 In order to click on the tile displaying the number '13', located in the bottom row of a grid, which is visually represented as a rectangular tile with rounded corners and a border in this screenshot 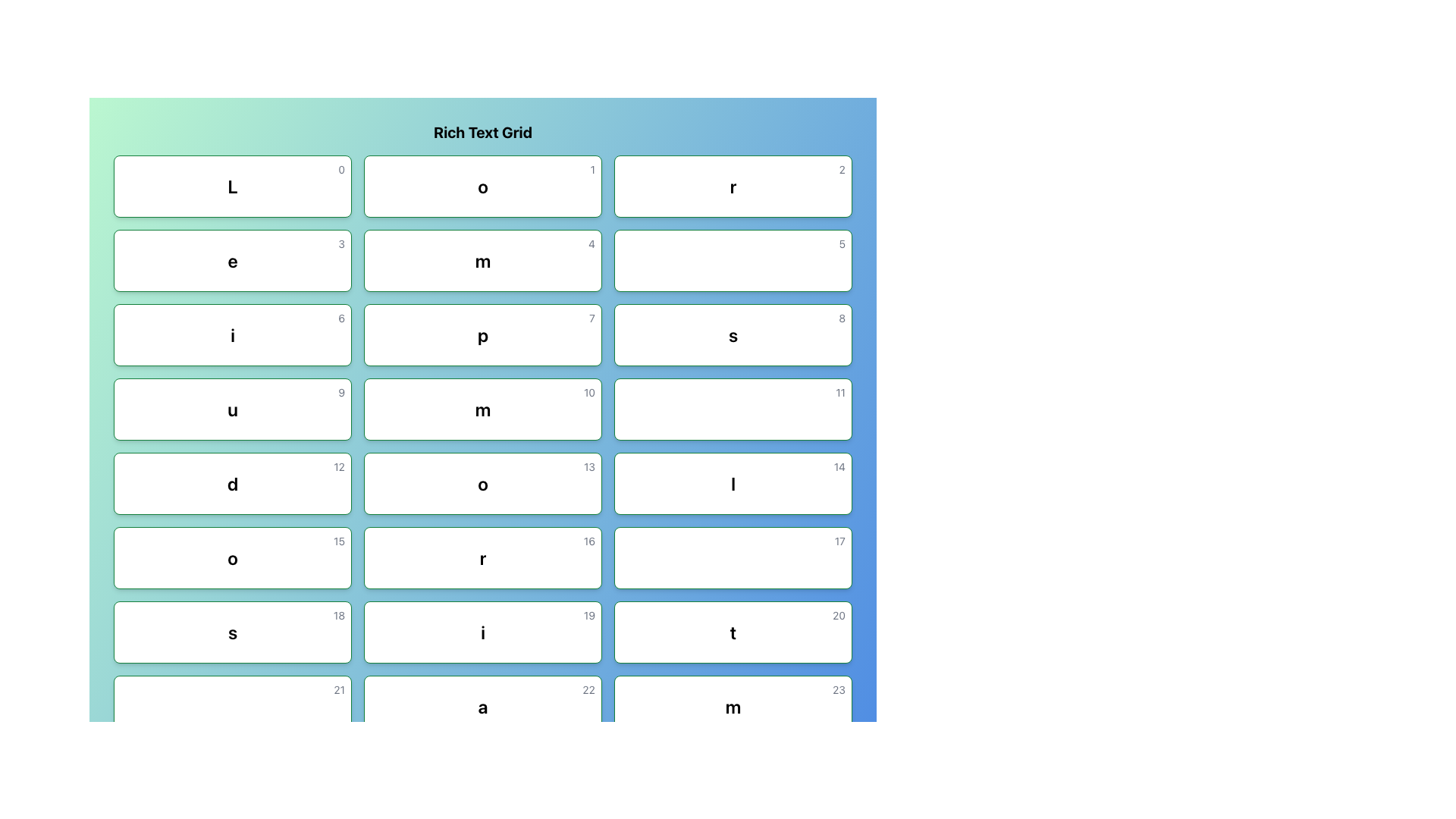, I will do `click(482, 483)`.